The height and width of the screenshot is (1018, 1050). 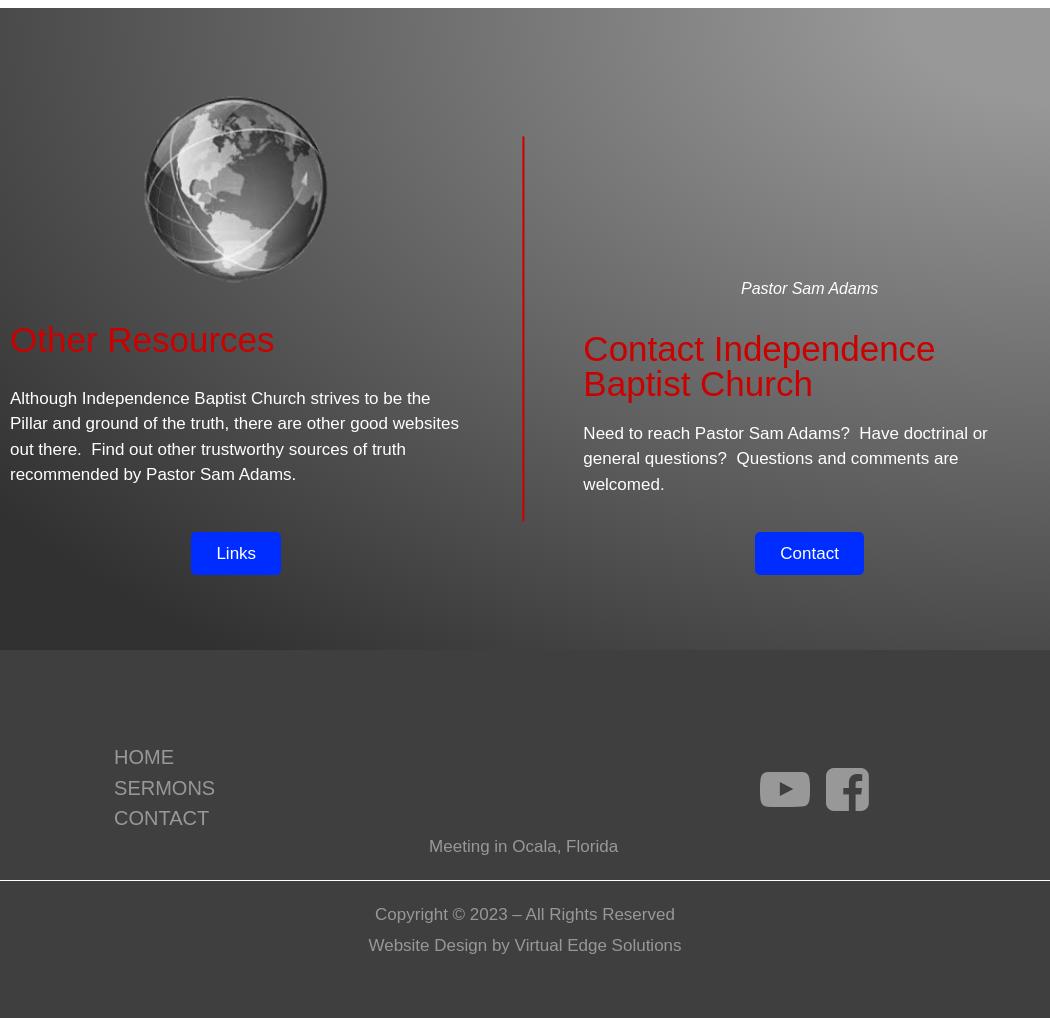 I want to click on 'Meeting in Ocala, Florida', so click(x=522, y=844).